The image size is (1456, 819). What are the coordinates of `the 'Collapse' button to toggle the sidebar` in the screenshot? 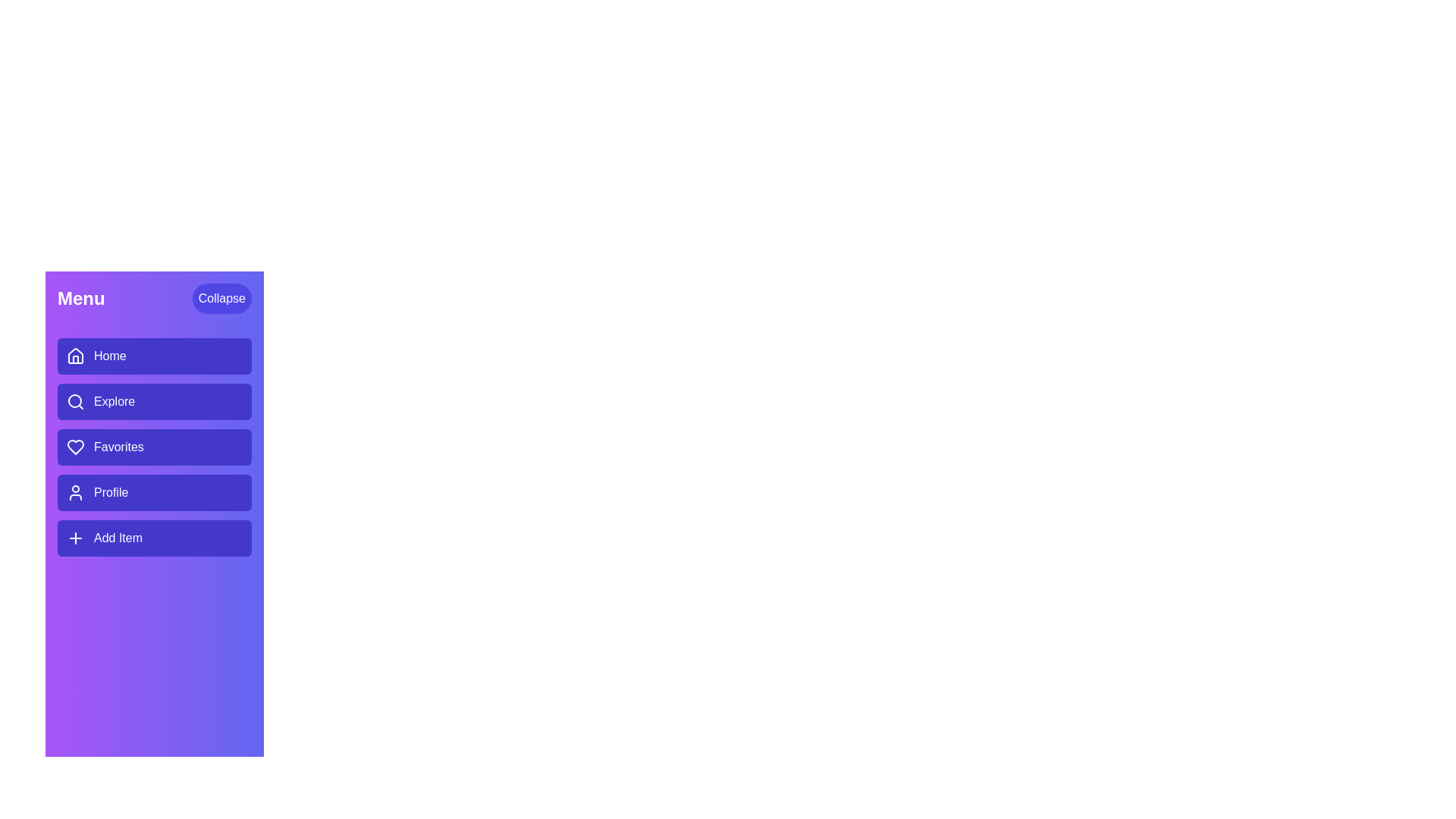 It's located at (221, 298).